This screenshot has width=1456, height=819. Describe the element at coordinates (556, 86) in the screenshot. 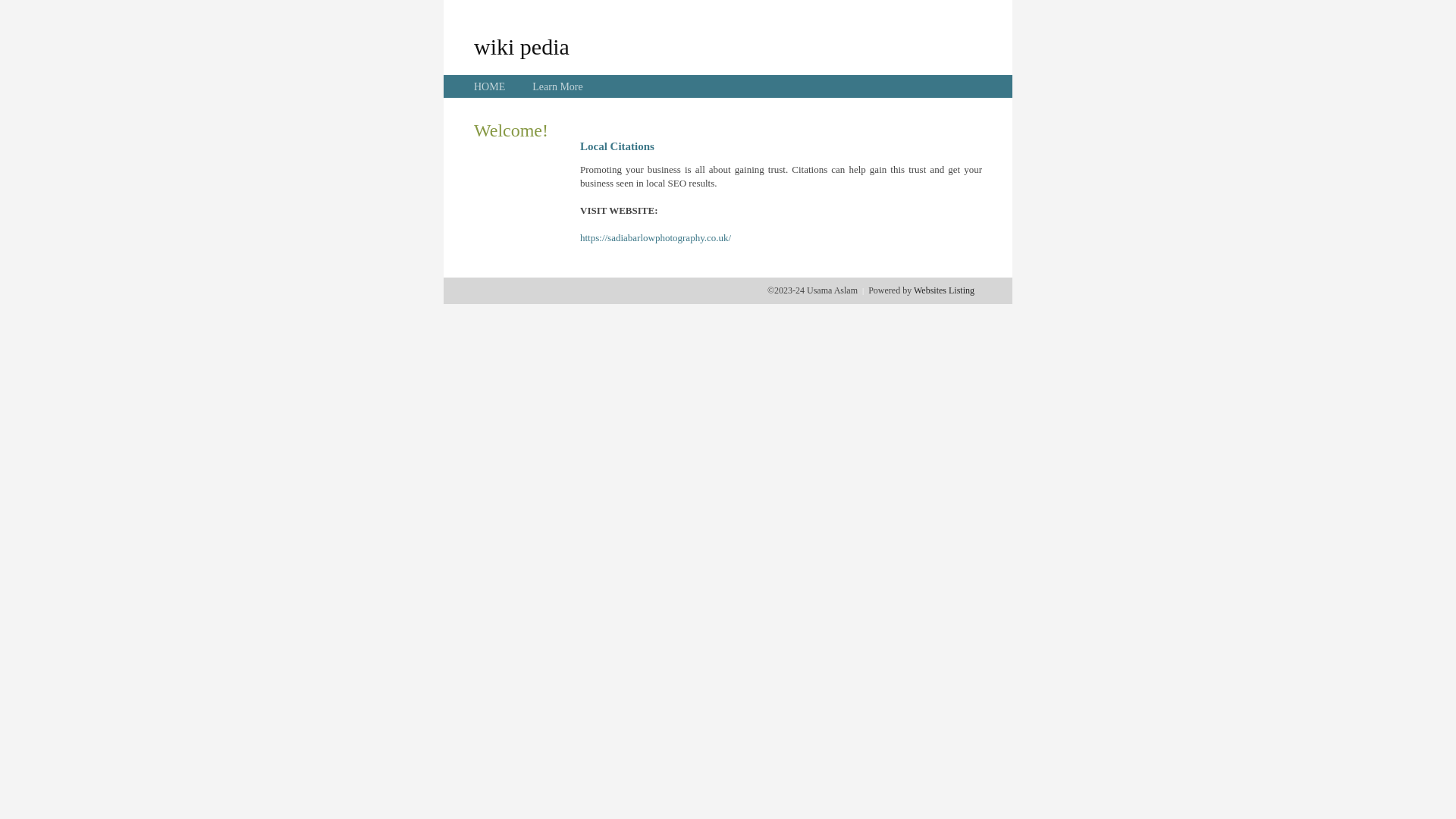

I see `'Learn More'` at that location.